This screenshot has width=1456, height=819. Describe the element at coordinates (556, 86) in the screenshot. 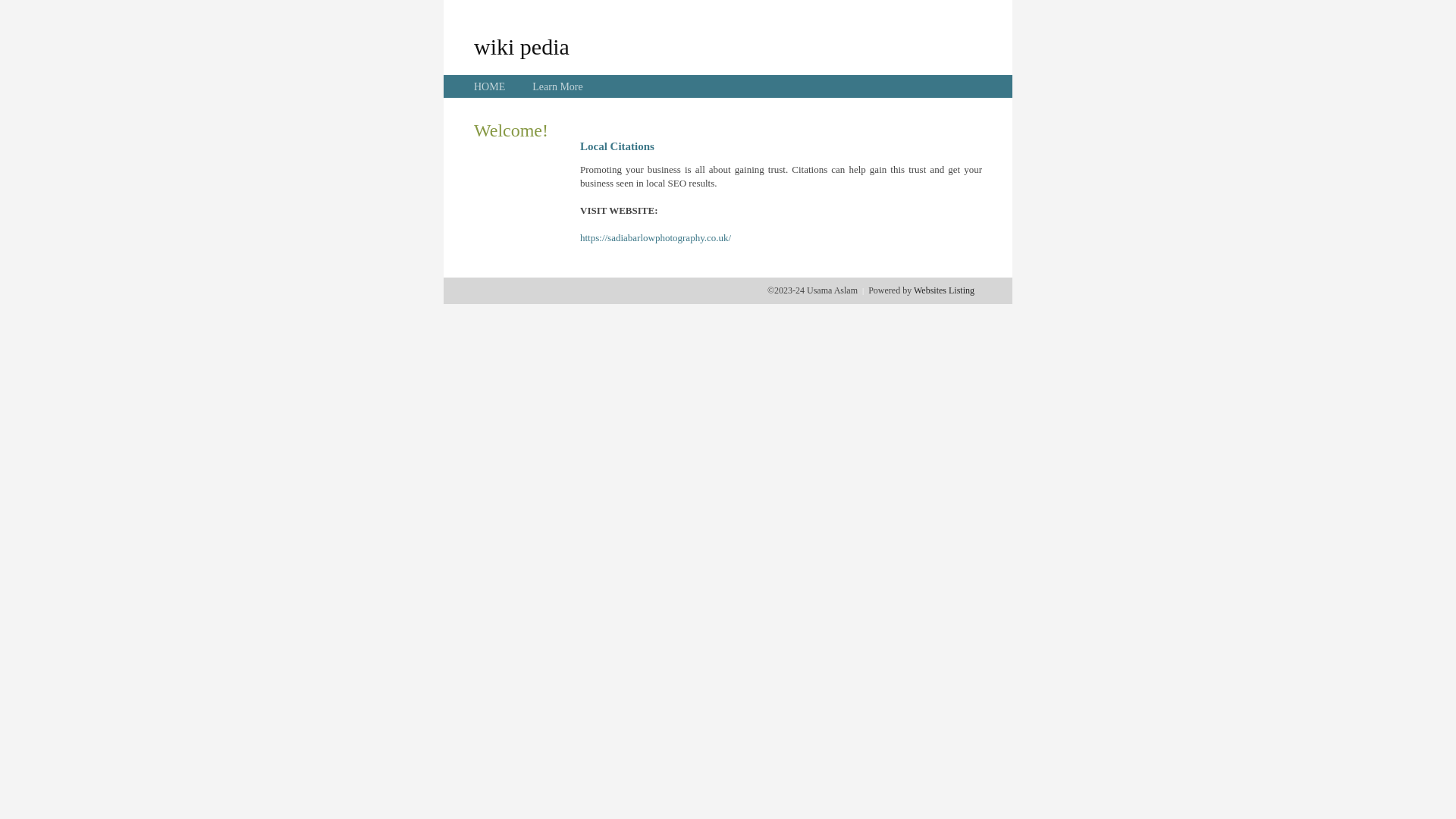

I see `'Learn More'` at that location.